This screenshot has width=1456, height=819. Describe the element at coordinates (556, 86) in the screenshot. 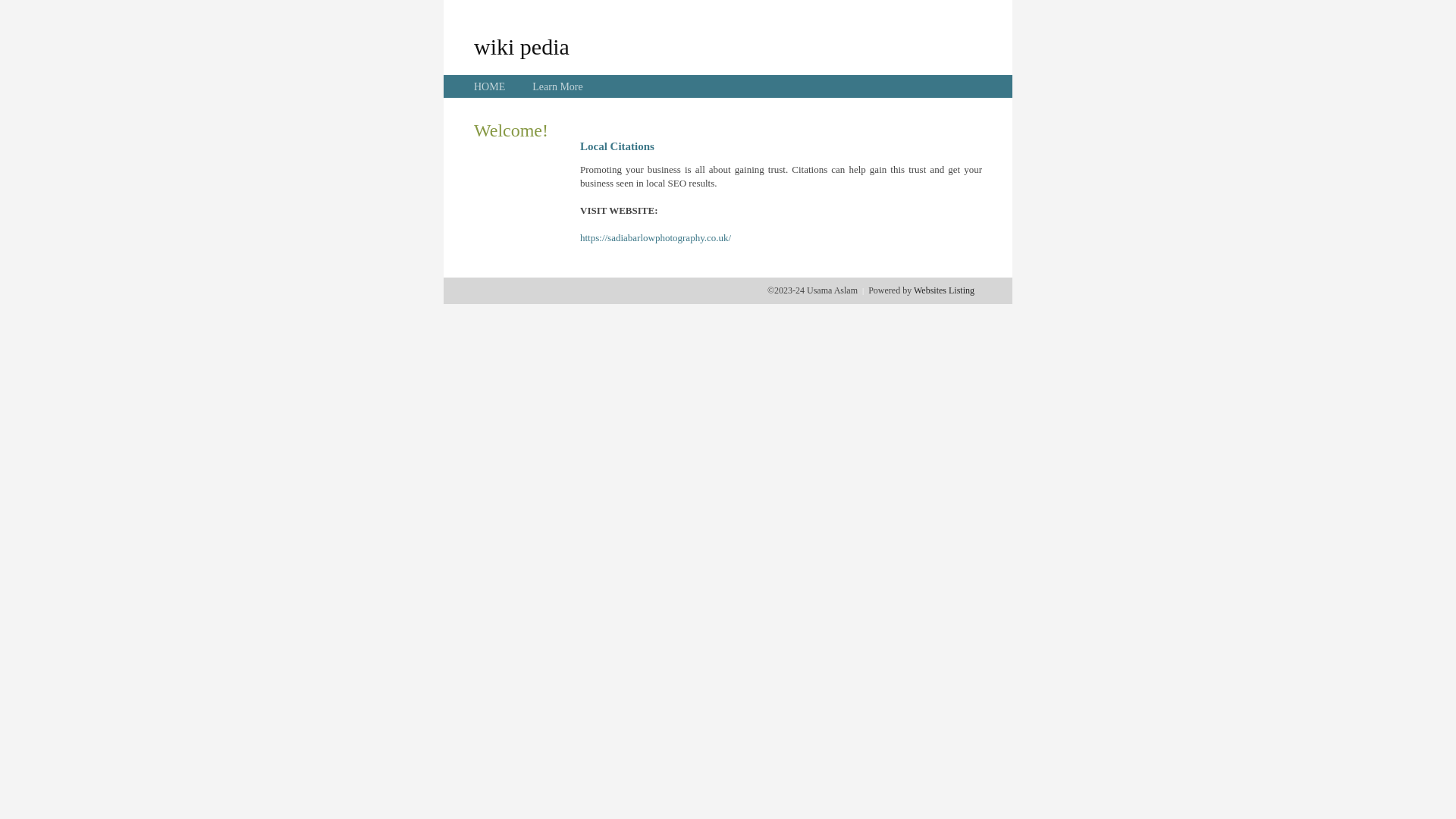

I see `'Learn More'` at that location.